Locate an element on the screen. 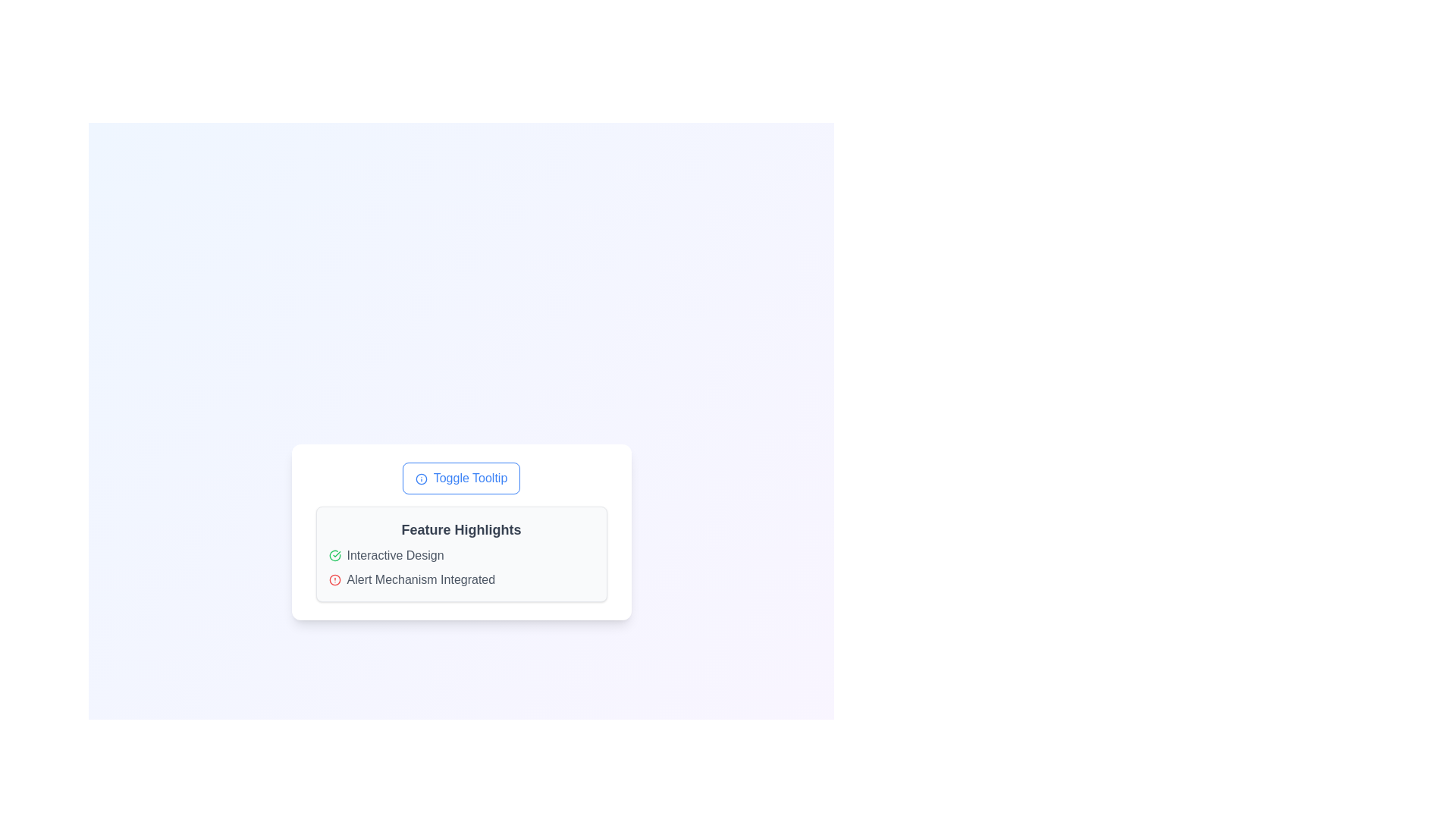 The image size is (1456, 819). the circular information icon with a blue border is located at coordinates (421, 479).